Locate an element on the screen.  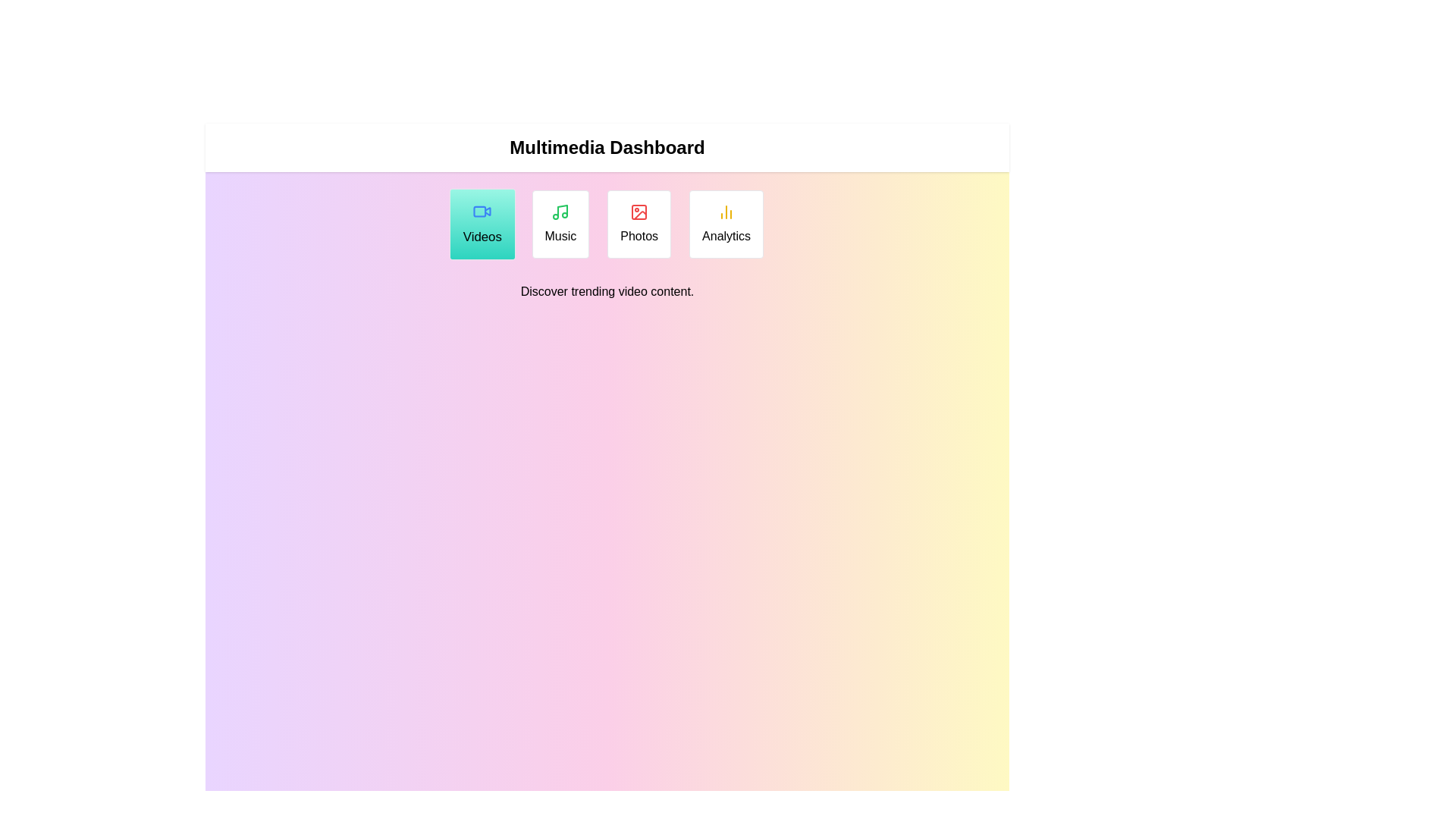
the Analytics tab is located at coordinates (726, 224).